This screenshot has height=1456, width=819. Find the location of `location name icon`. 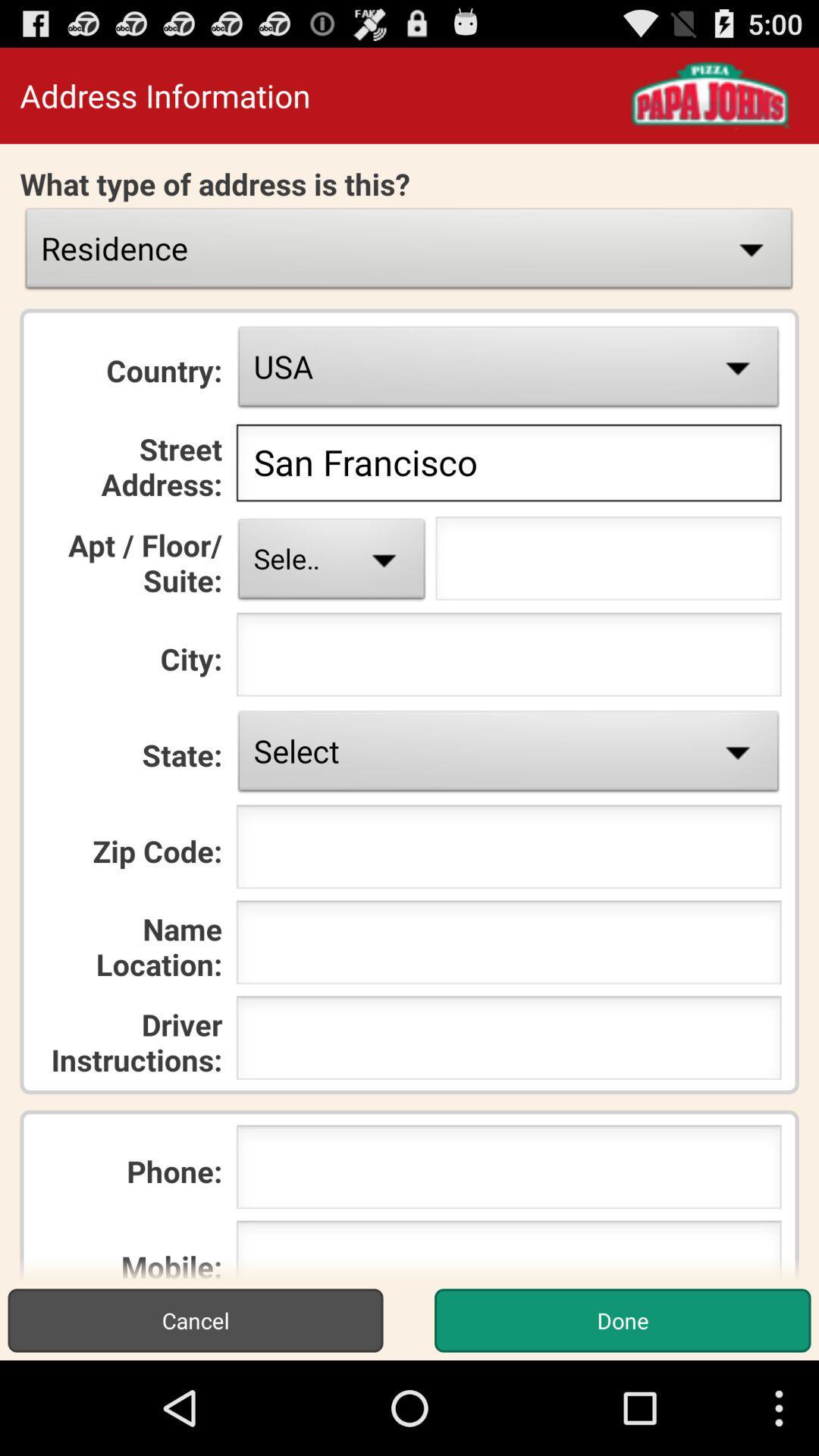

location name icon is located at coordinates (509, 946).